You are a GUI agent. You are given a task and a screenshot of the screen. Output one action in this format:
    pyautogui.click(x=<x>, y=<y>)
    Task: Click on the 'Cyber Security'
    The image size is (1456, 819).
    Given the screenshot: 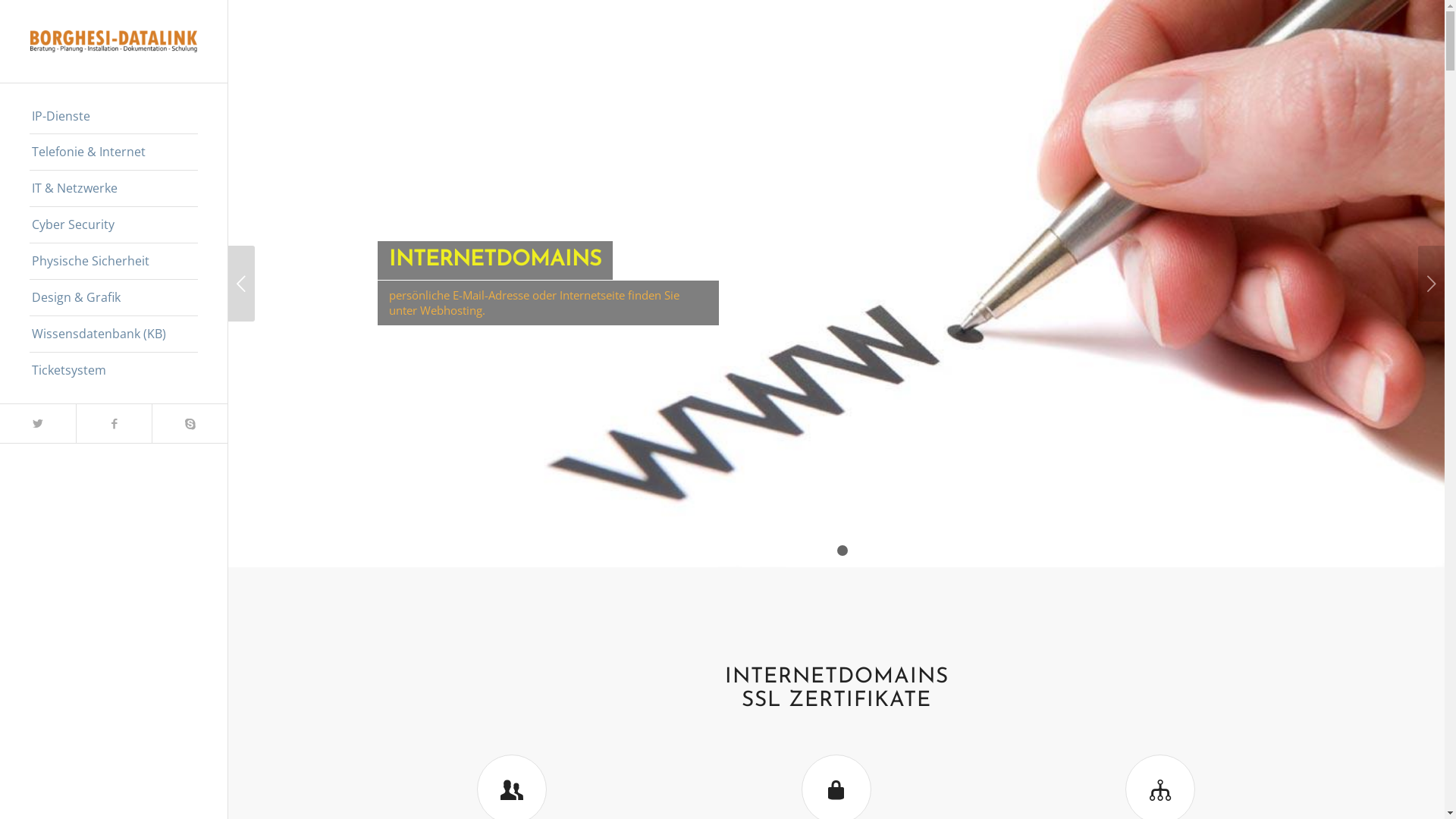 What is the action you would take?
    pyautogui.click(x=112, y=225)
    